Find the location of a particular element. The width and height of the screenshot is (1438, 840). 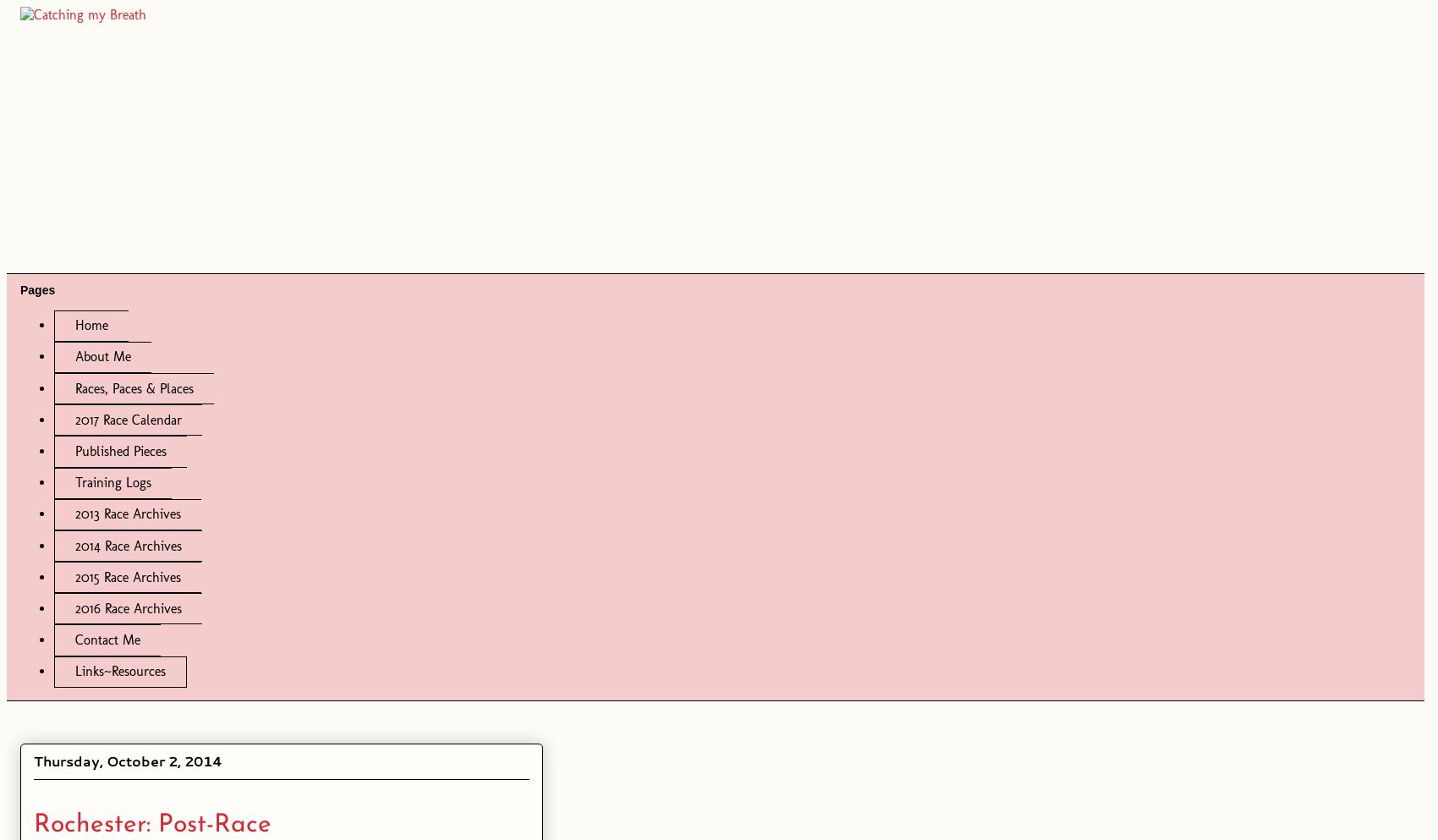

'Rochester: Post-Race' is located at coordinates (33, 824).